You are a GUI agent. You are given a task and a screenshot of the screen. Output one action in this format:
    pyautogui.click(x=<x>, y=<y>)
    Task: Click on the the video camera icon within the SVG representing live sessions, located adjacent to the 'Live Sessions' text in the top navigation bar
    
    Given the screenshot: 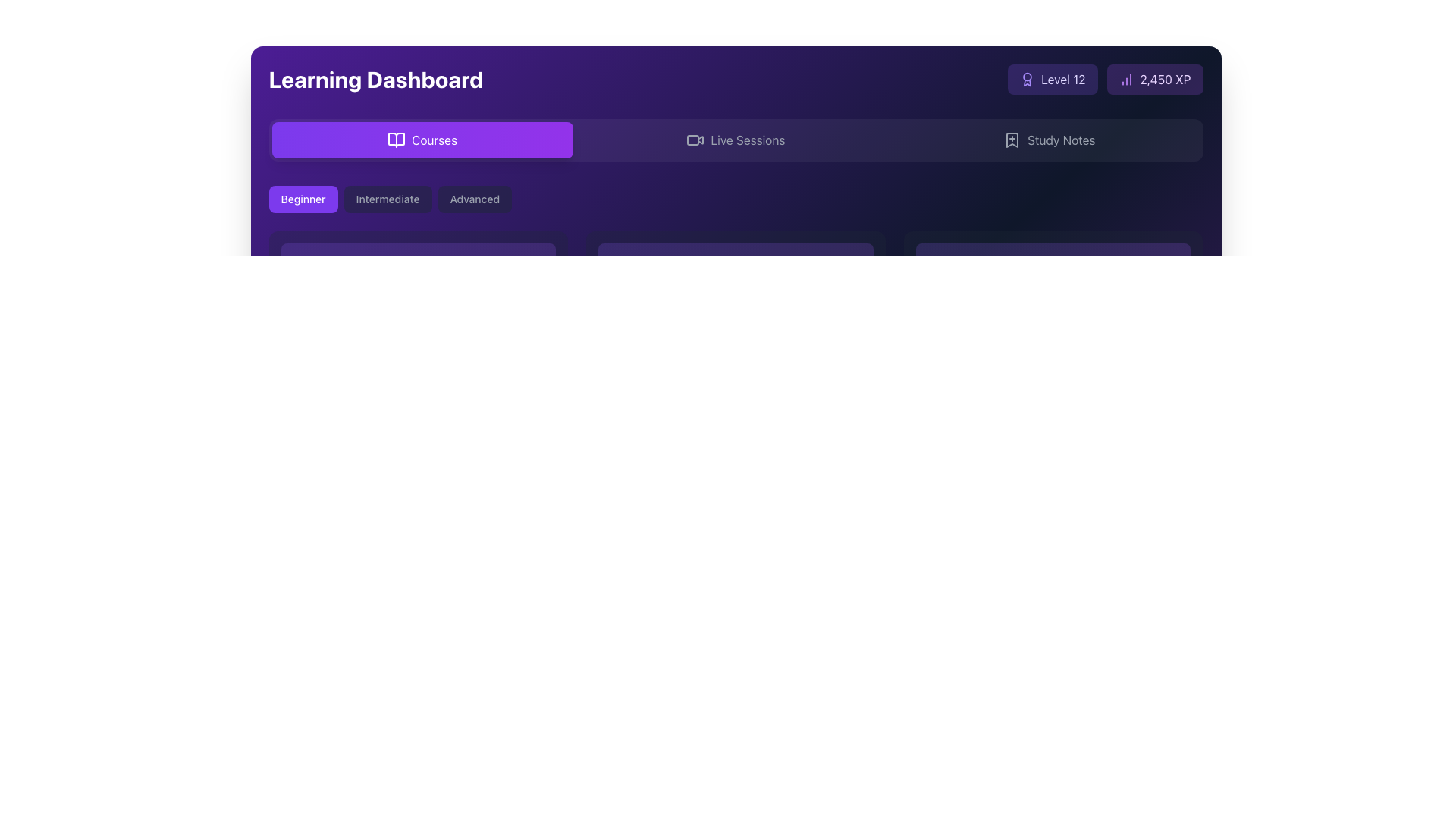 What is the action you would take?
    pyautogui.click(x=692, y=140)
    